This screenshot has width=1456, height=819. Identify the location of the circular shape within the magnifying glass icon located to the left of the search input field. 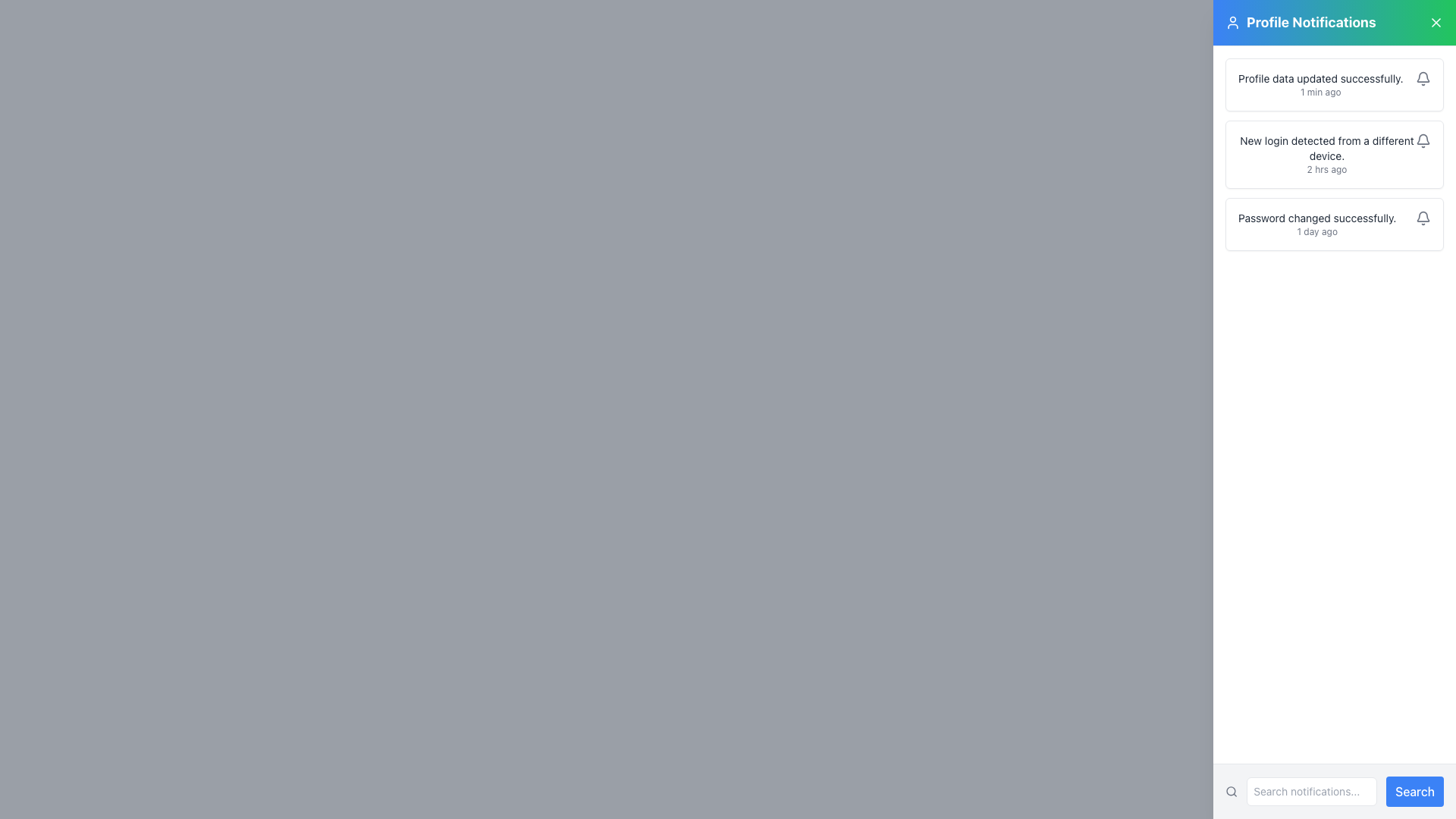
(1231, 790).